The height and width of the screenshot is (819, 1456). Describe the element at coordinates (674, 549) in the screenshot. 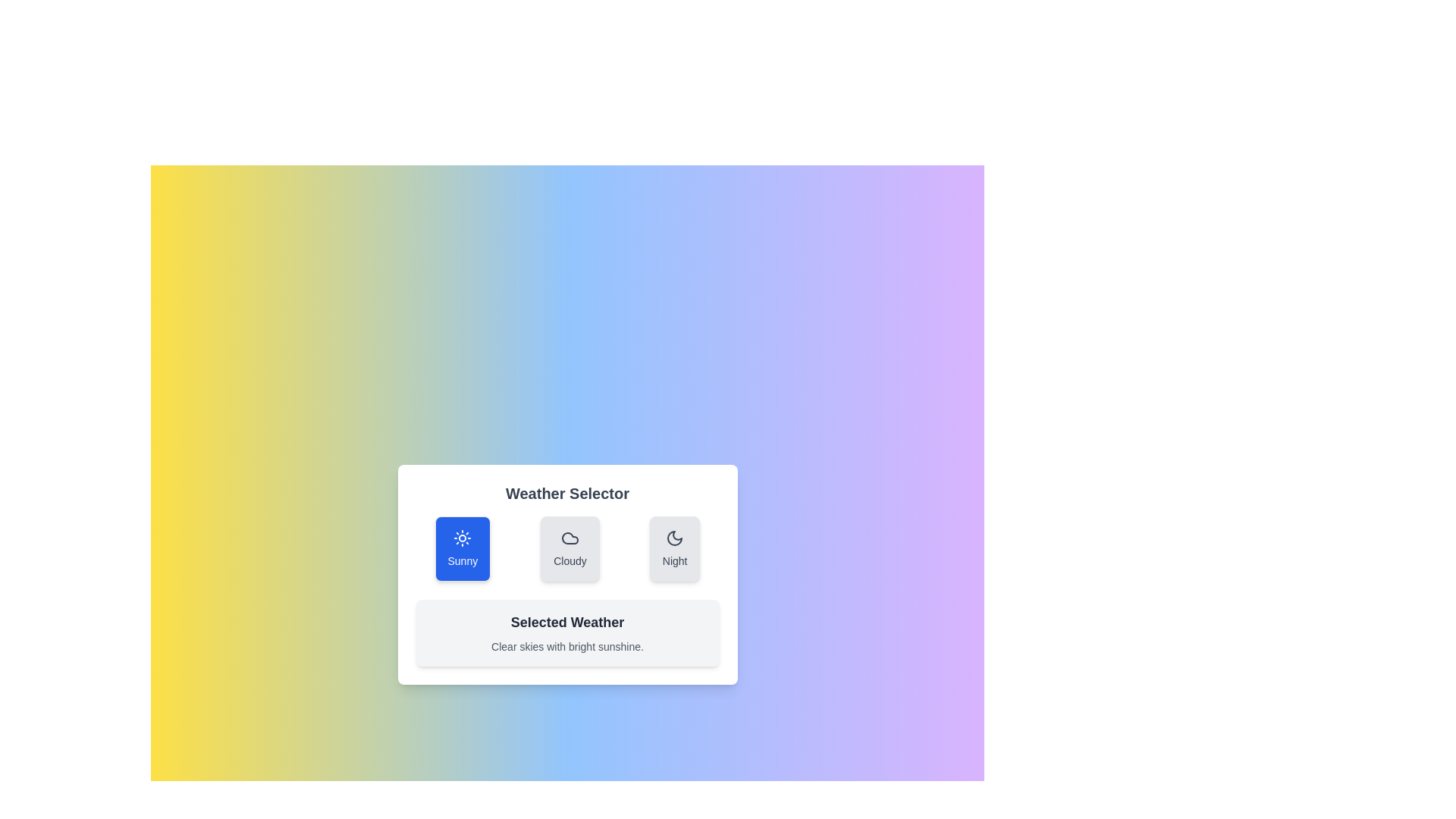

I see `the 'Night' weather condition button located in the 'Weather Selector' section, which is the third button from the left in a horizontal row of three buttons` at that location.